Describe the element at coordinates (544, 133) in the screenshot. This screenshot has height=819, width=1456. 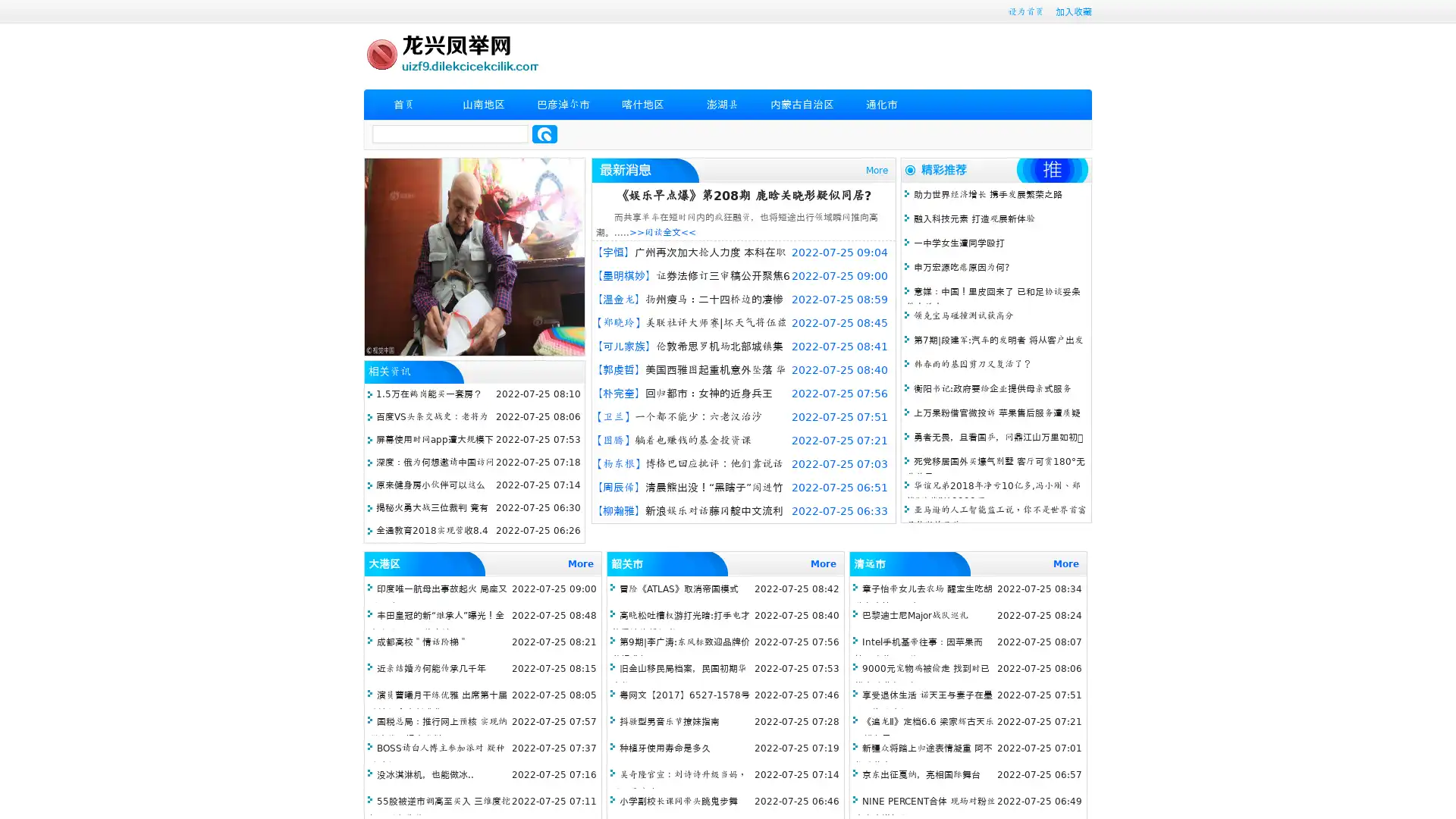
I see `Search` at that location.